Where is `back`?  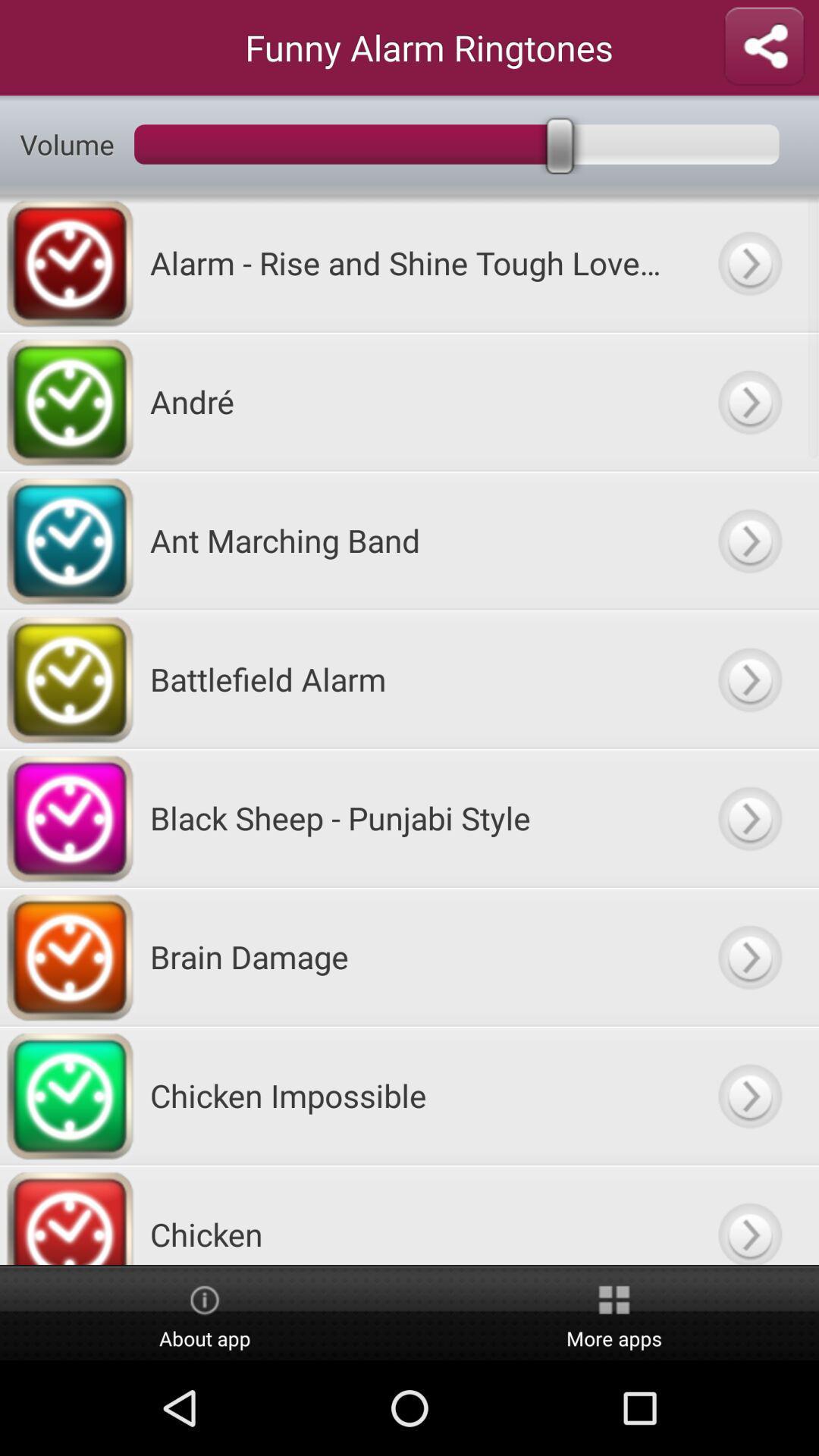 back is located at coordinates (748, 955).